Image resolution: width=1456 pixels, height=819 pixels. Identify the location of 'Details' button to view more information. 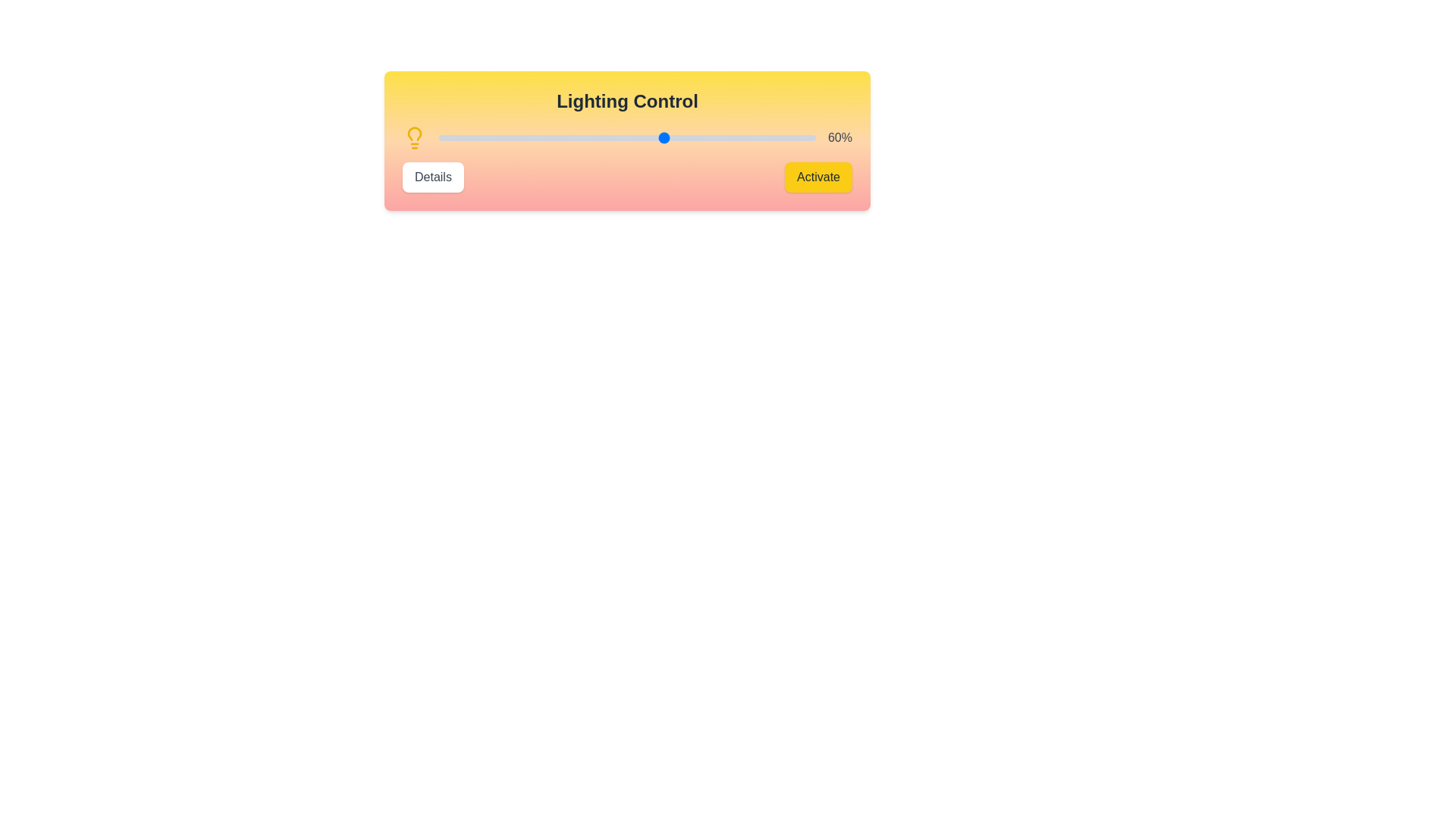
(432, 177).